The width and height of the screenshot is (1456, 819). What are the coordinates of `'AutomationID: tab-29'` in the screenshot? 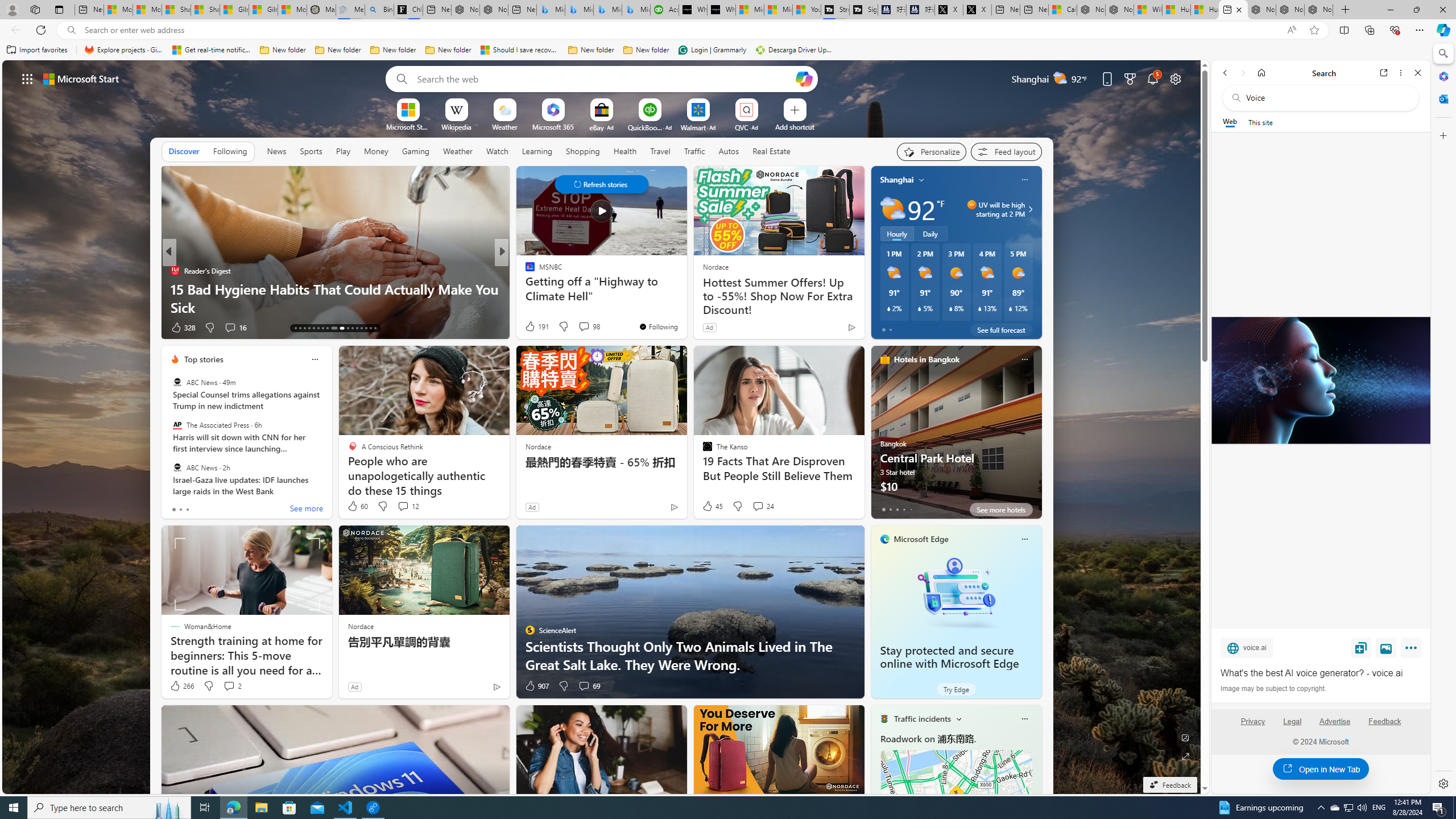 It's located at (375, 328).